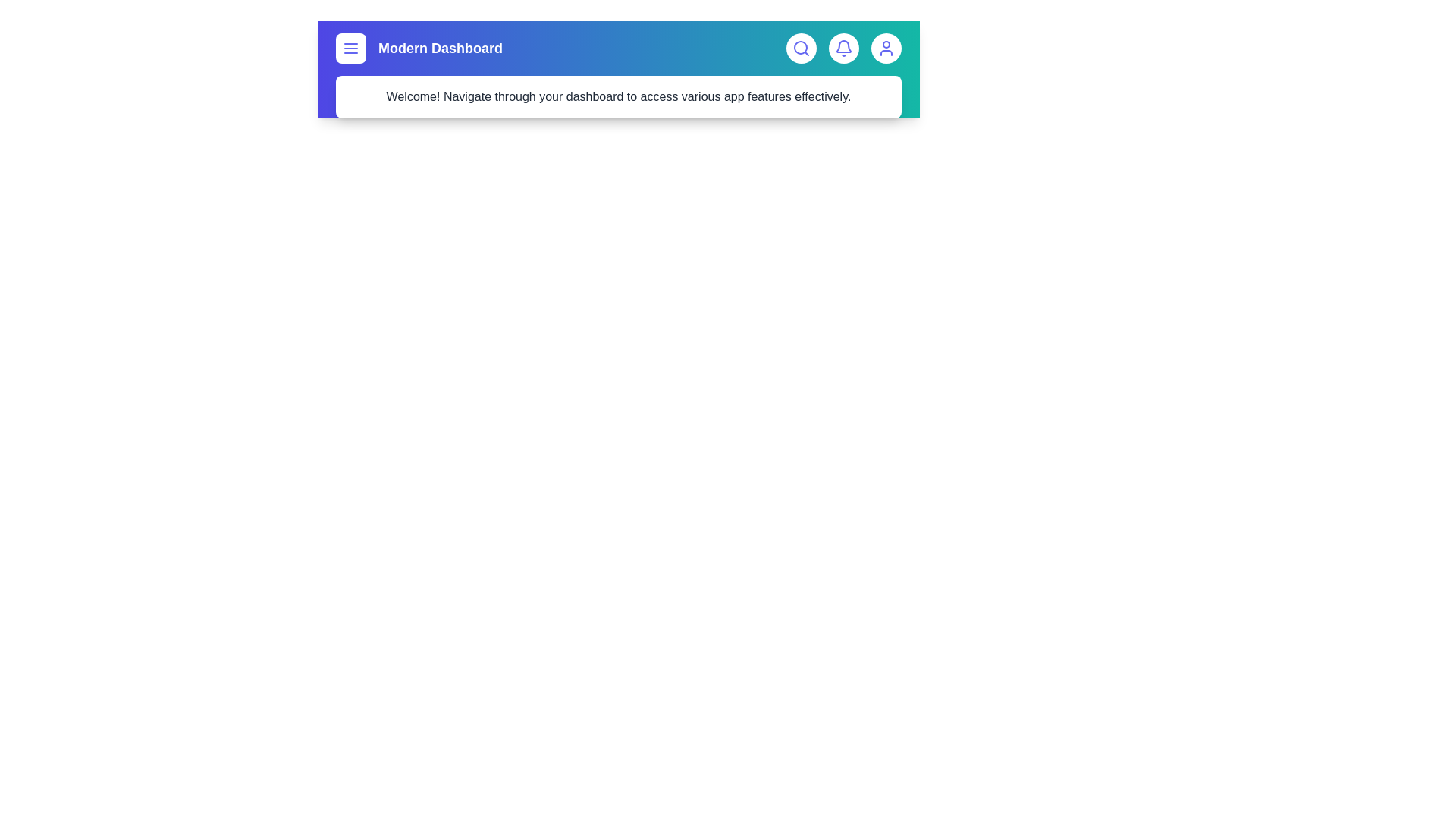  I want to click on the search icon to activate the search functionality, so click(800, 48).